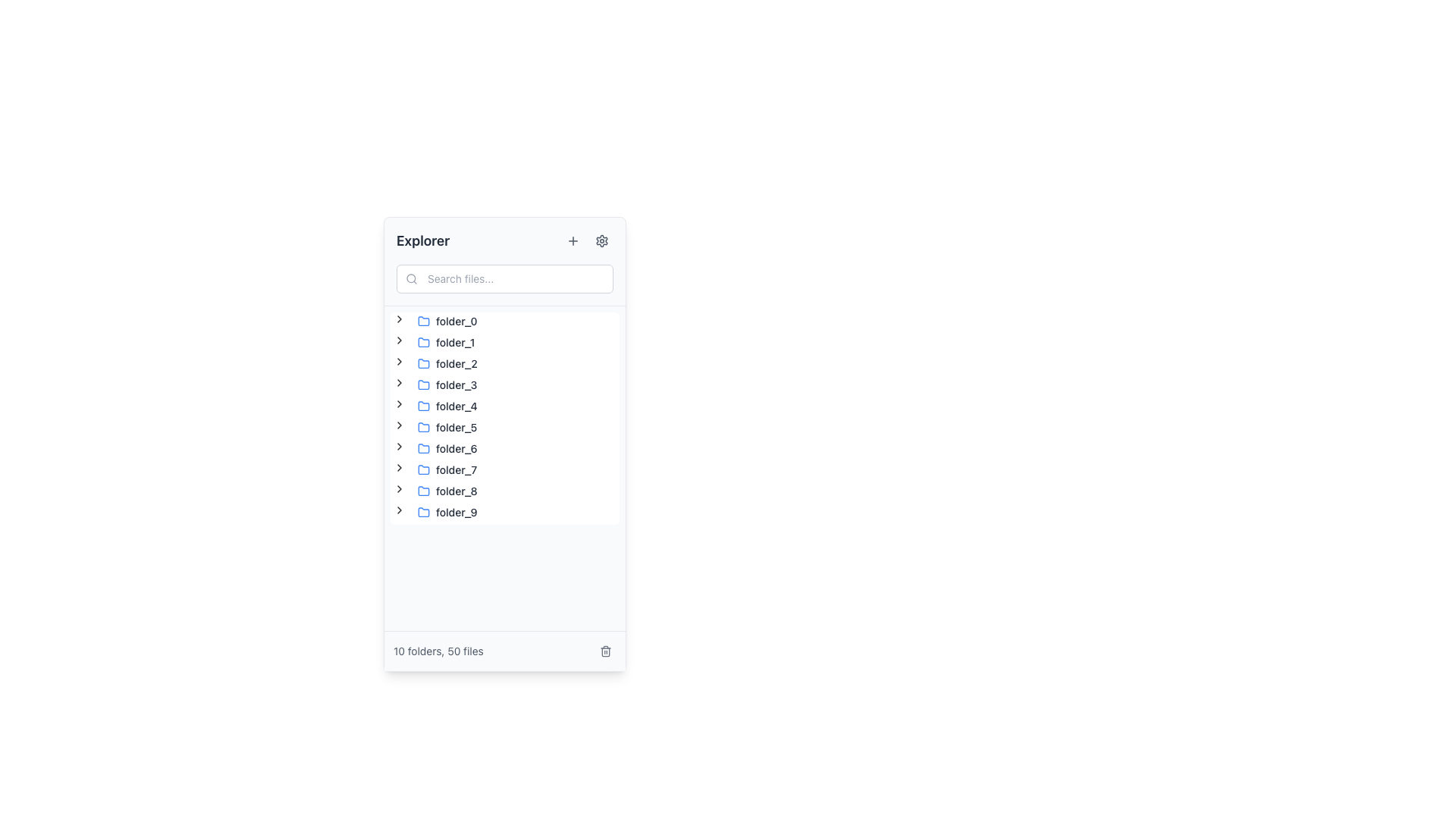 The width and height of the screenshot is (1456, 819). What do you see at coordinates (400, 339) in the screenshot?
I see `the toggle button with the chevron icon next to 'folder_1' in the explorer panel` at bounding box center [400, 339].